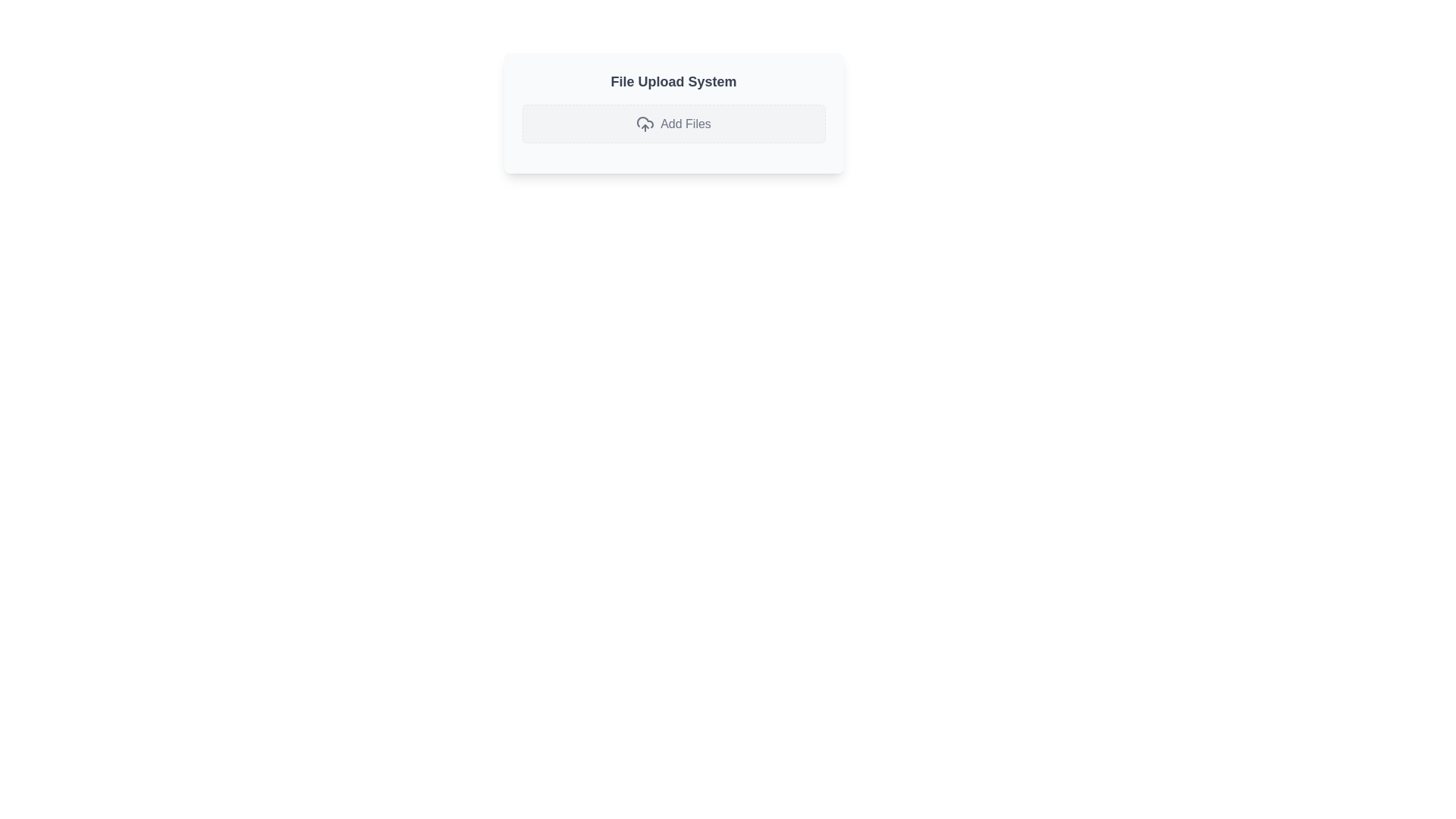 This screenshot has width=1456, height=819. I want to click on the label indicating the action of uploading or adding files, which is located to the right of the cloud upload icon within a bordered button-like area, so click(685, 123).